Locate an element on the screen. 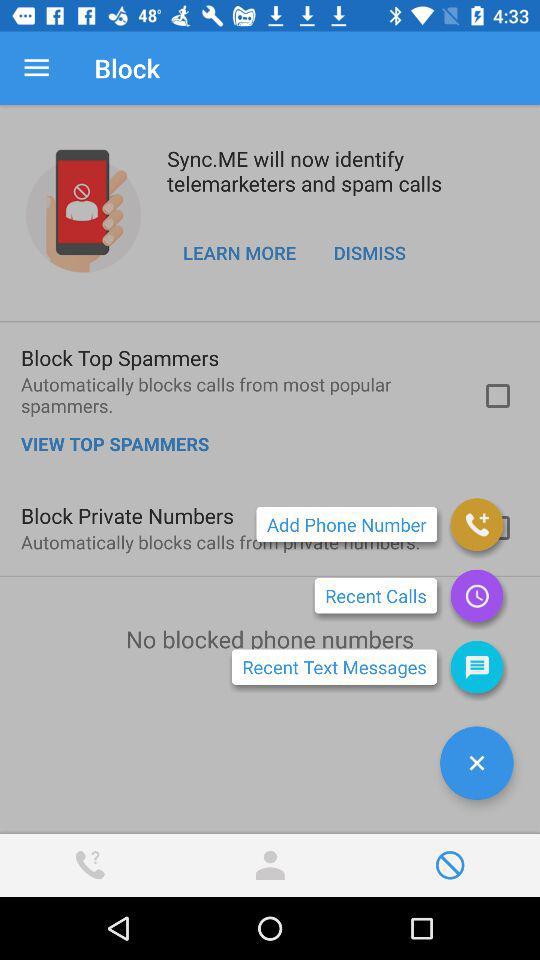 The height and width of the screenshot is (960, 540). the time icon is located at coordinates (475, 595).